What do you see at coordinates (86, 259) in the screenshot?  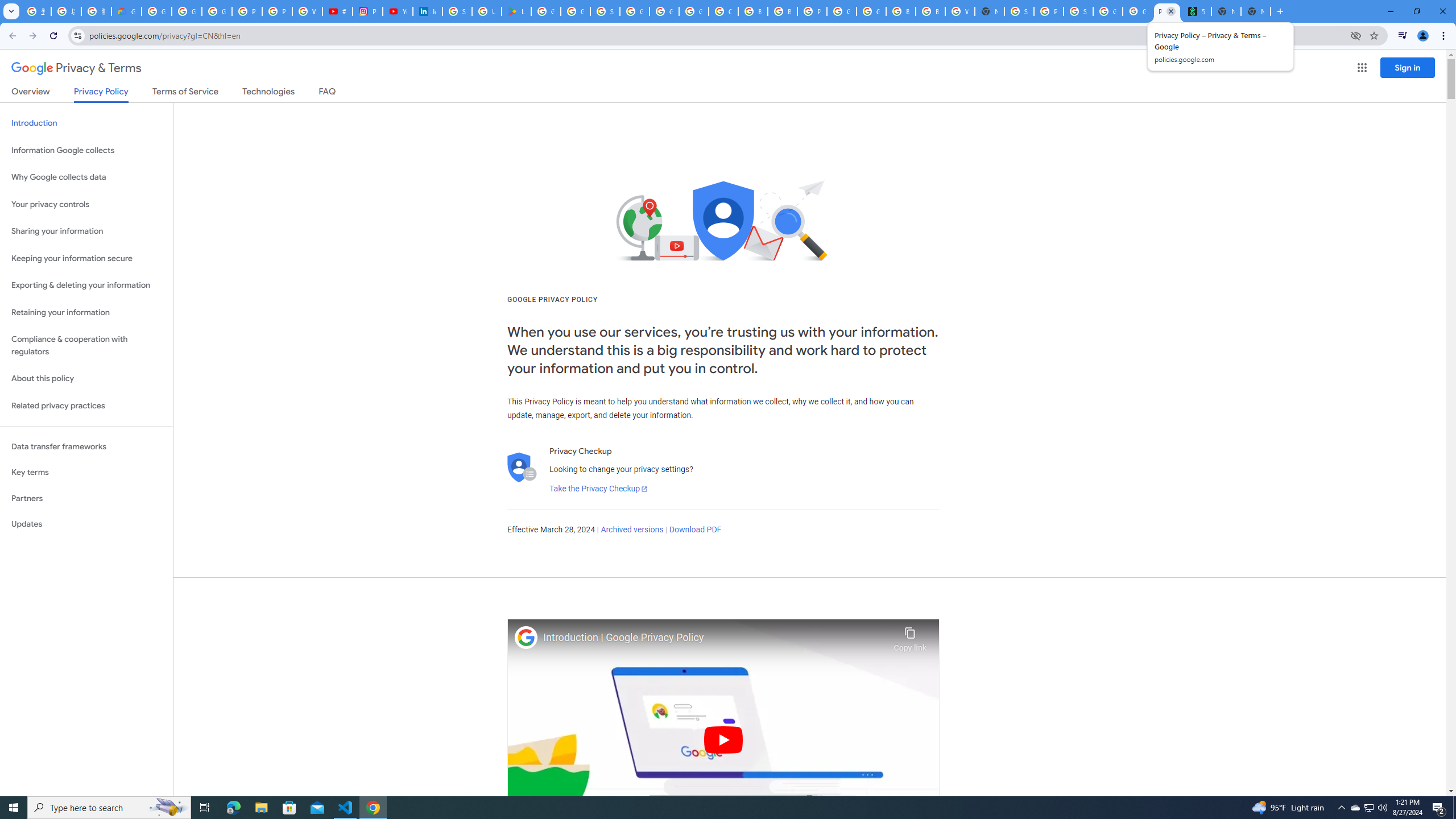 I see `'Keeping your information secure'` at bounding box center [86, 259].